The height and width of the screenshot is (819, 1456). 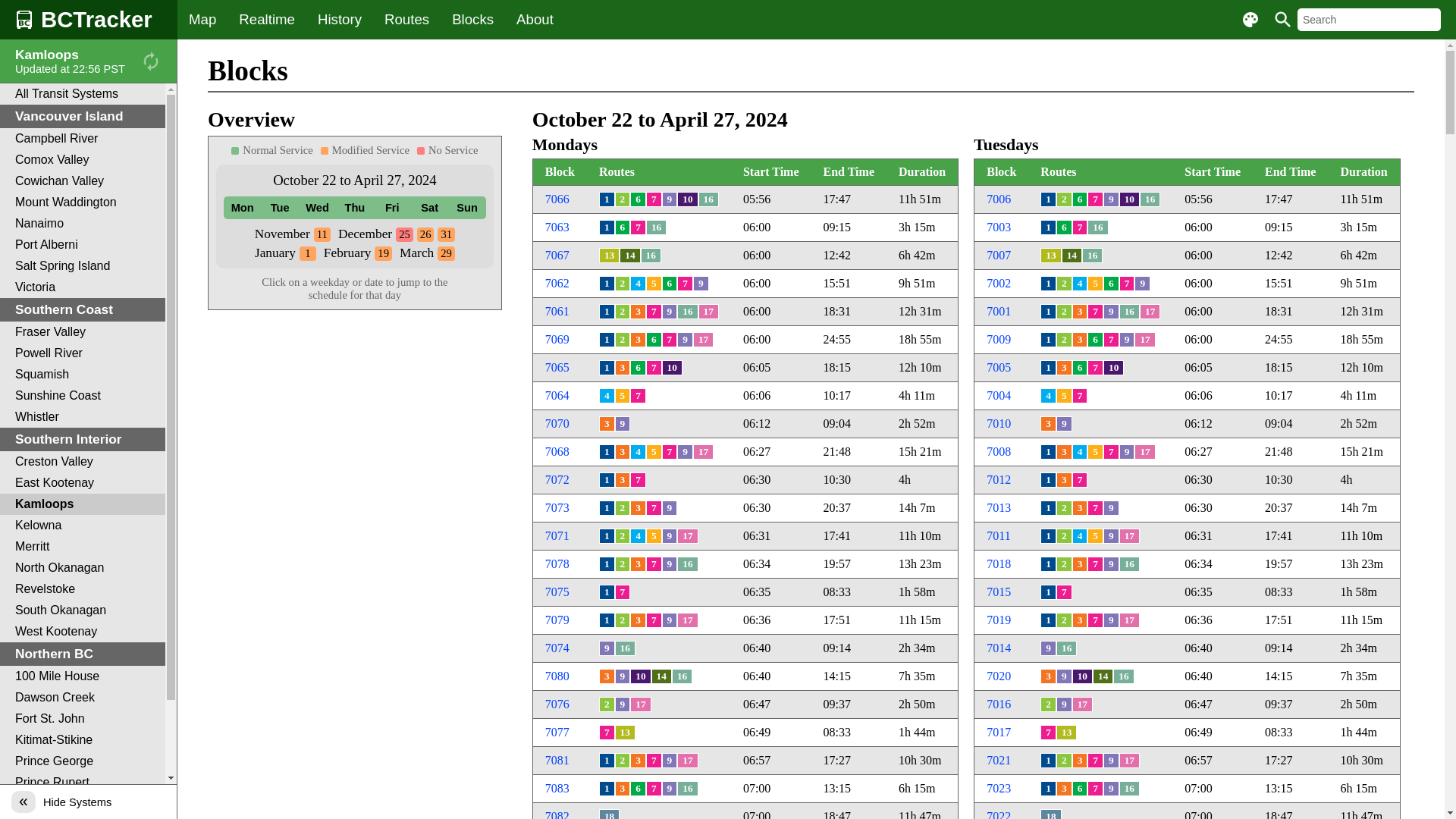 I want to click on '2', so click(x=623, y=535).